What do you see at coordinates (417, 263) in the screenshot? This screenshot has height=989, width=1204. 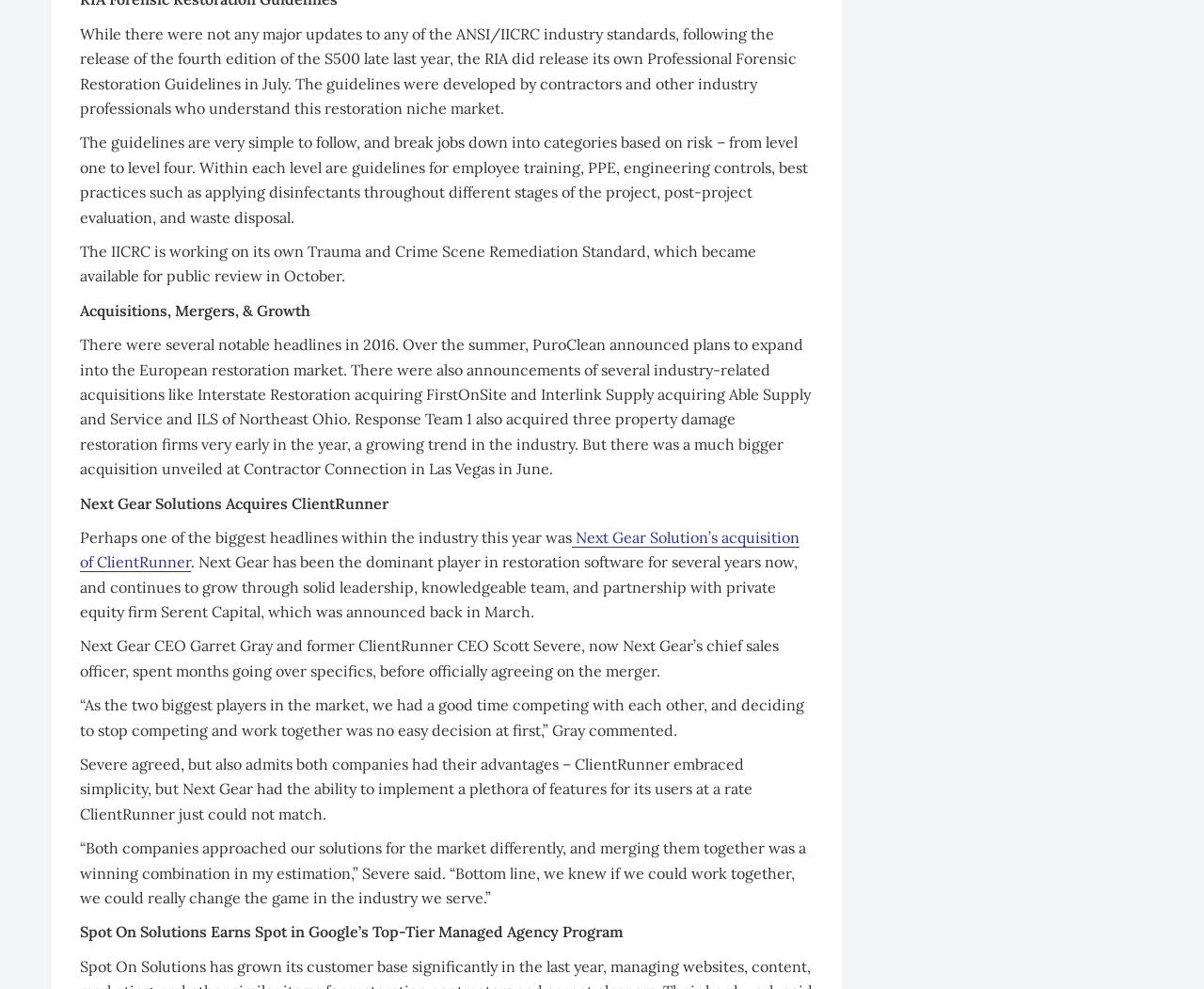 I see `'The IICRC is working on its own Trauma and Crime Scene Remediation Standard, which became available for public review in October.'` at bounding box center [417, 263].